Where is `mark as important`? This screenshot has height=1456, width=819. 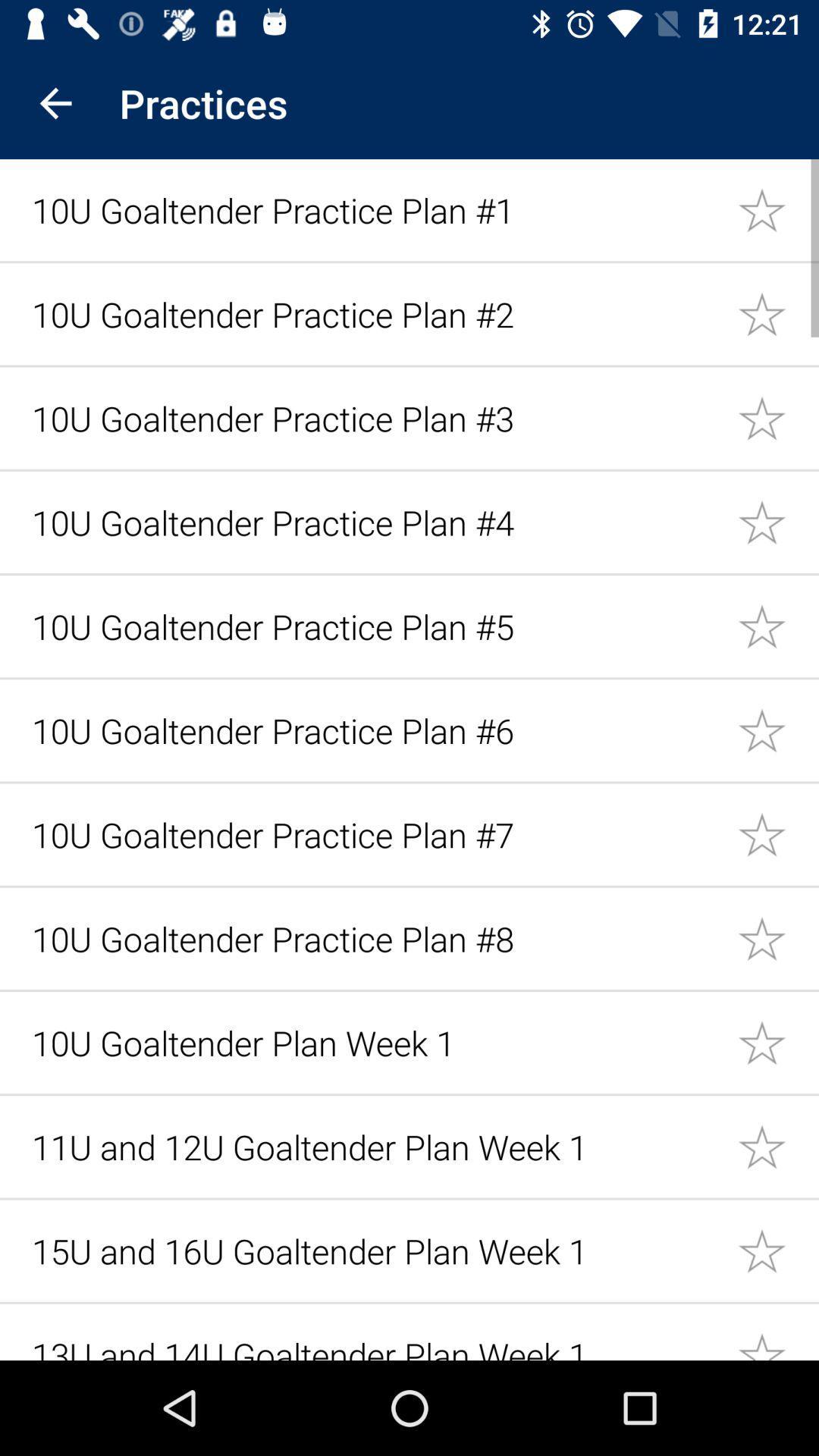
mark as important is located at coordinates (778, 522).